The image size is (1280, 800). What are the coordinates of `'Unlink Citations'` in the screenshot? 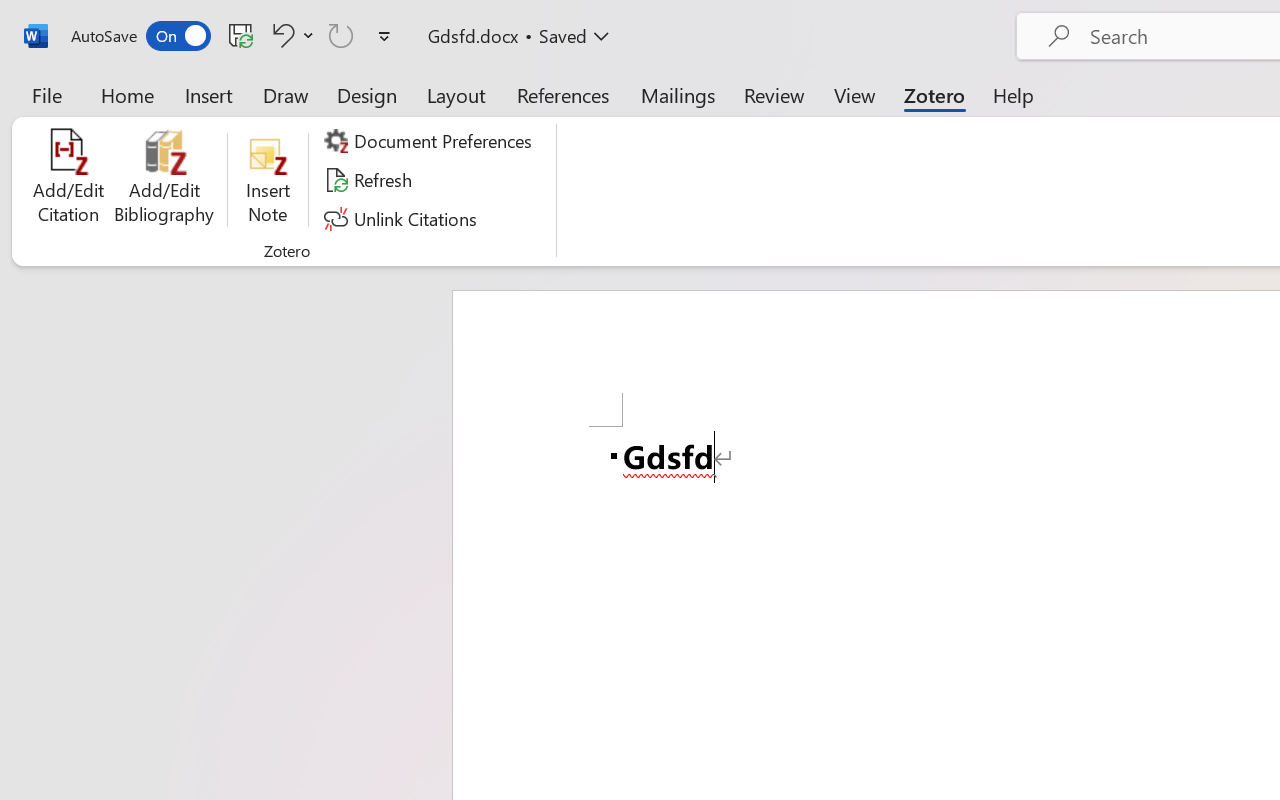 It's located at (402, 218).